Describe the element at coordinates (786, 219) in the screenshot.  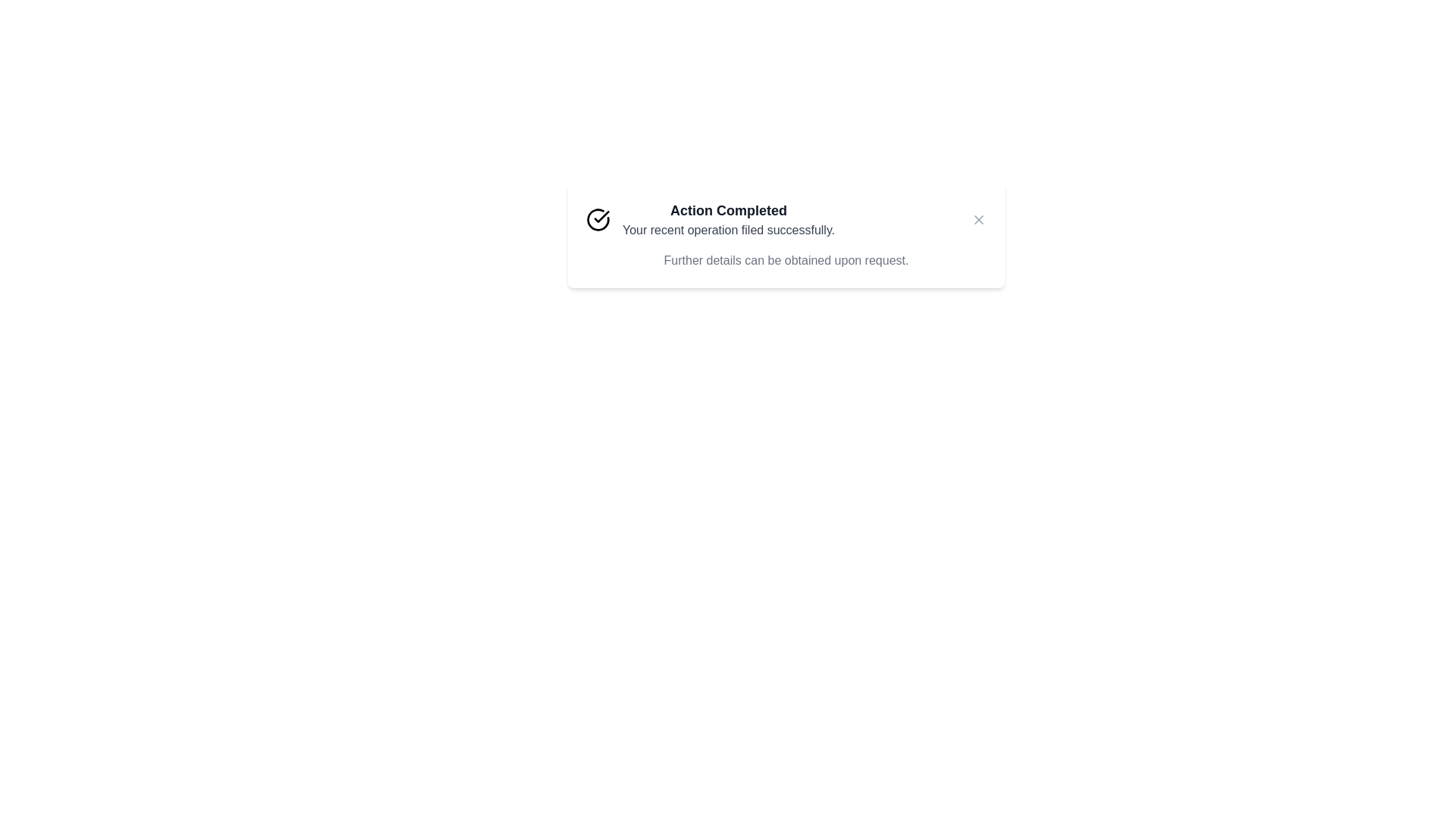
I see `the Notification bar that displays a green checkmark icon, the text 'Action Completed', and includes a close button (X) on the right side` at that location.